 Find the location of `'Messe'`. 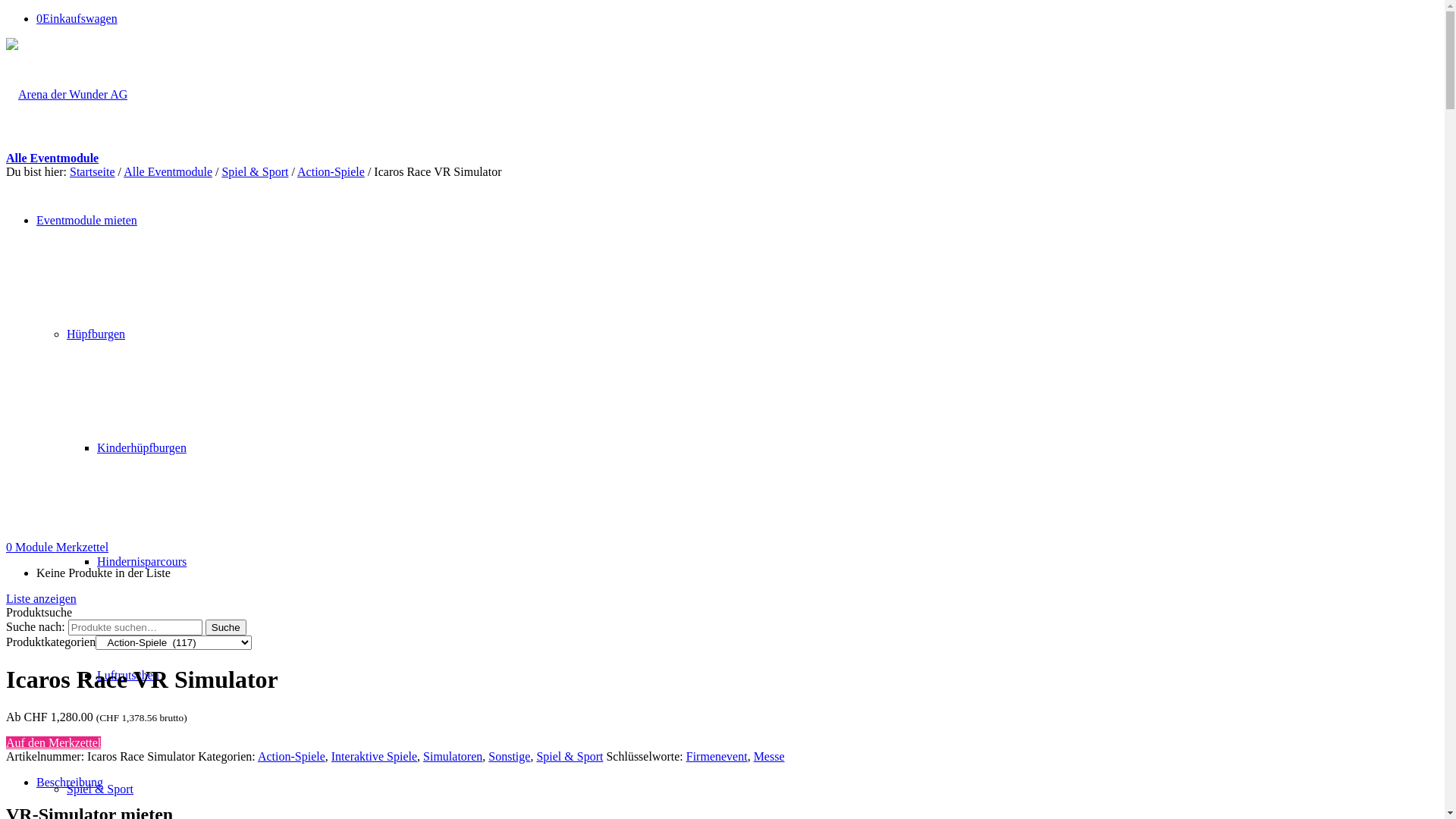

'Messe' is located at coordinates (769, 756).